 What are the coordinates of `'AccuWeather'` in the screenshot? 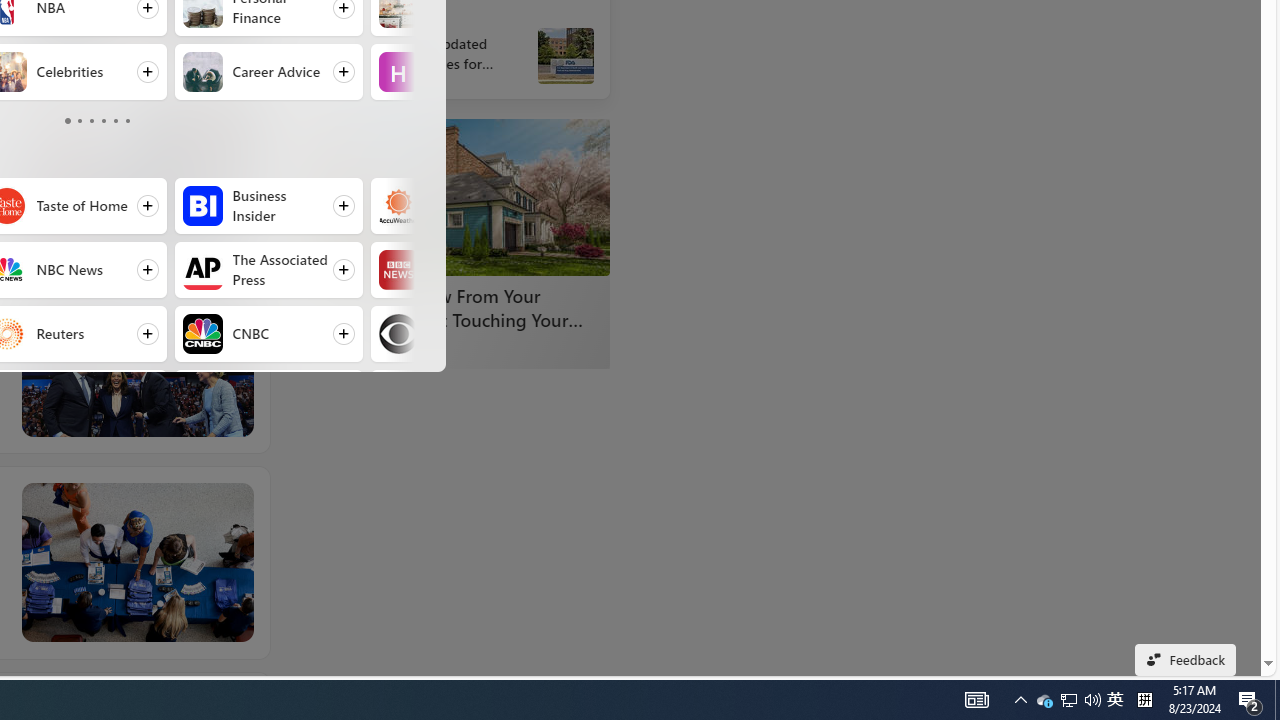 It's located at (398, 205).